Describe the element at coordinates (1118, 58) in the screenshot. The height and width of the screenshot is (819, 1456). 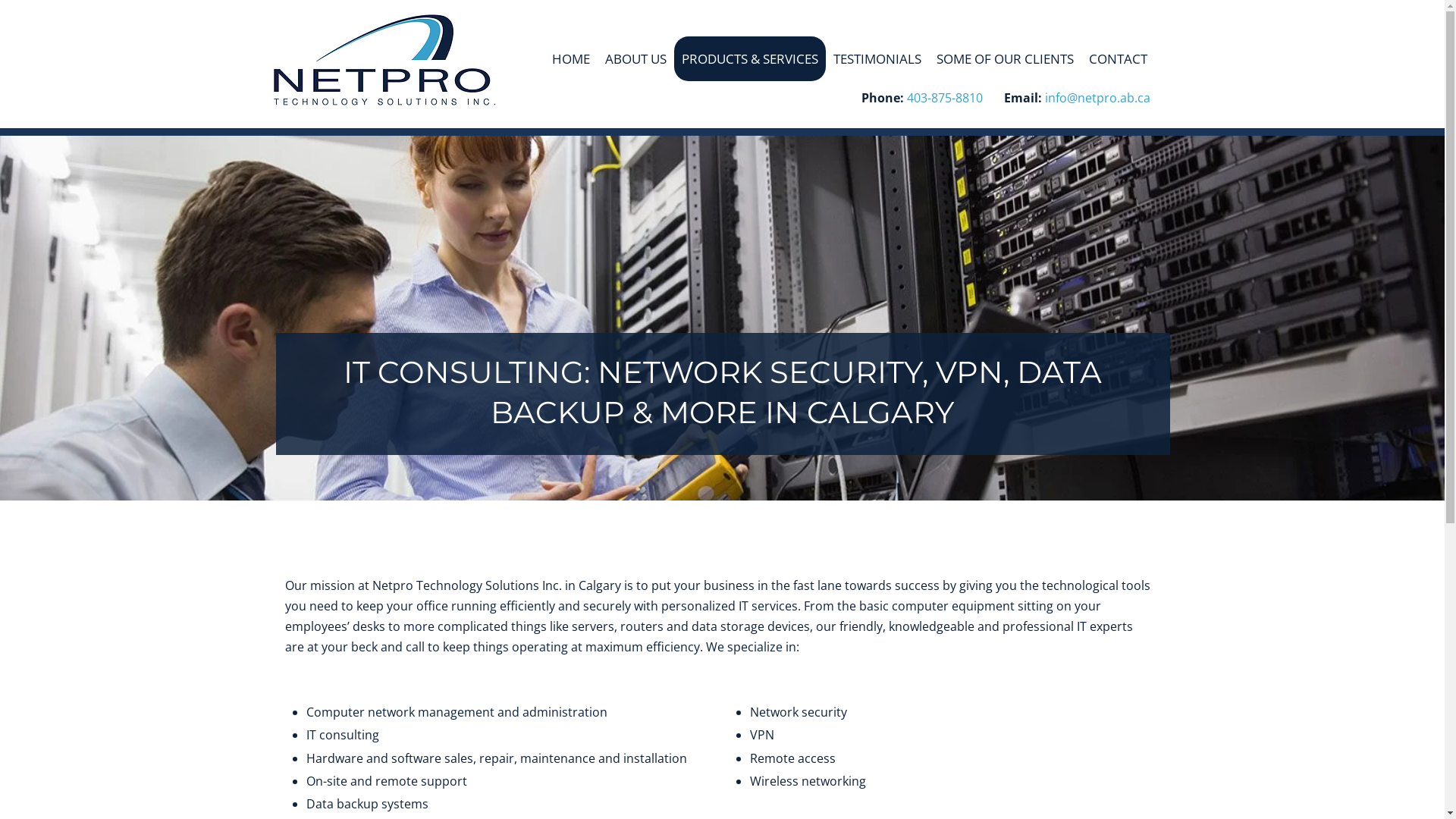
I see `'CONTACT'` at that location.